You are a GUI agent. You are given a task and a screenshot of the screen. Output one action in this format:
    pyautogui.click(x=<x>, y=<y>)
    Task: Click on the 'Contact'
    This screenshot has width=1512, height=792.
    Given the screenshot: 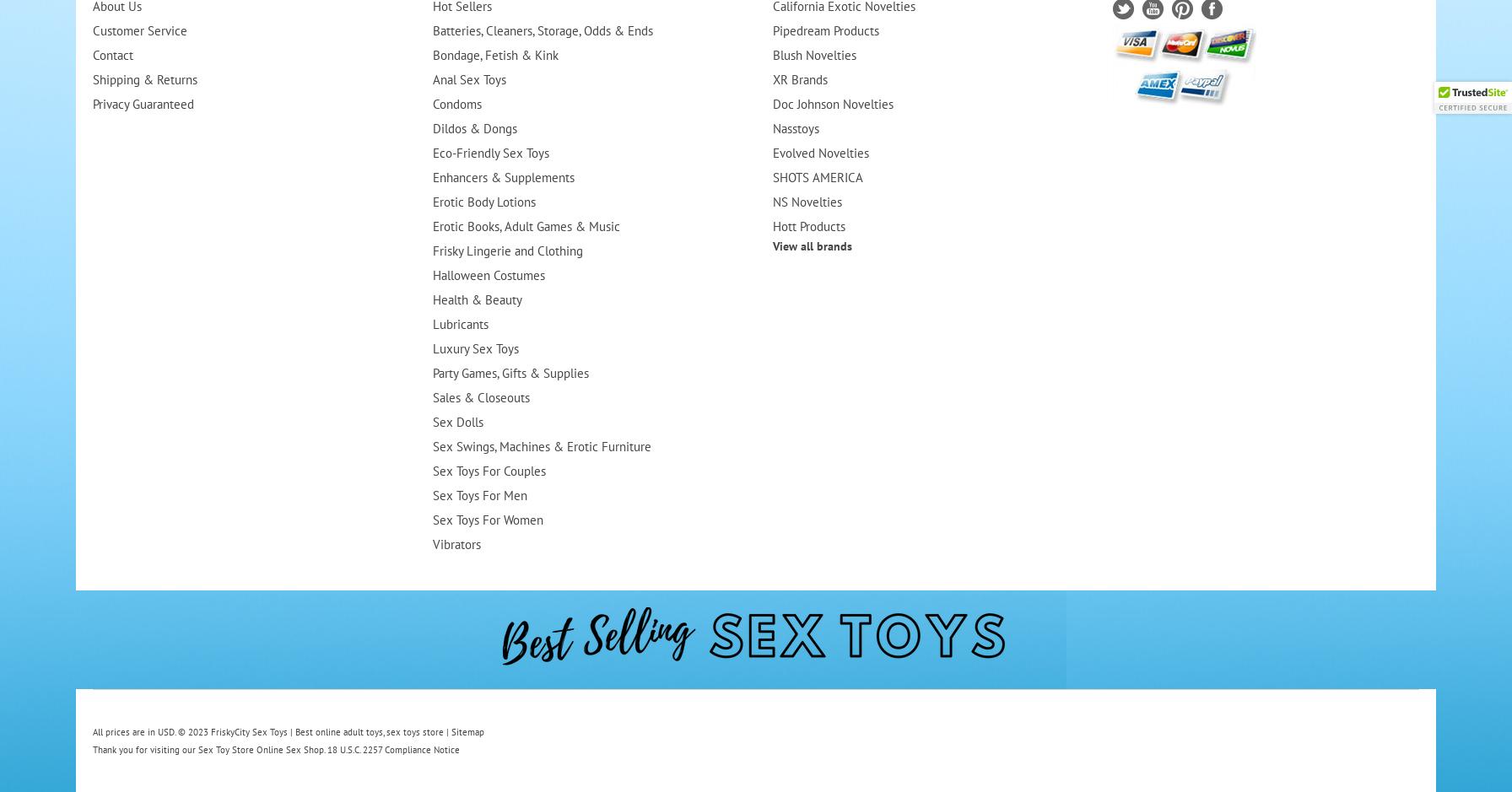 What is the action you would take?
    pyautogui.click(x=91, y=54)
    